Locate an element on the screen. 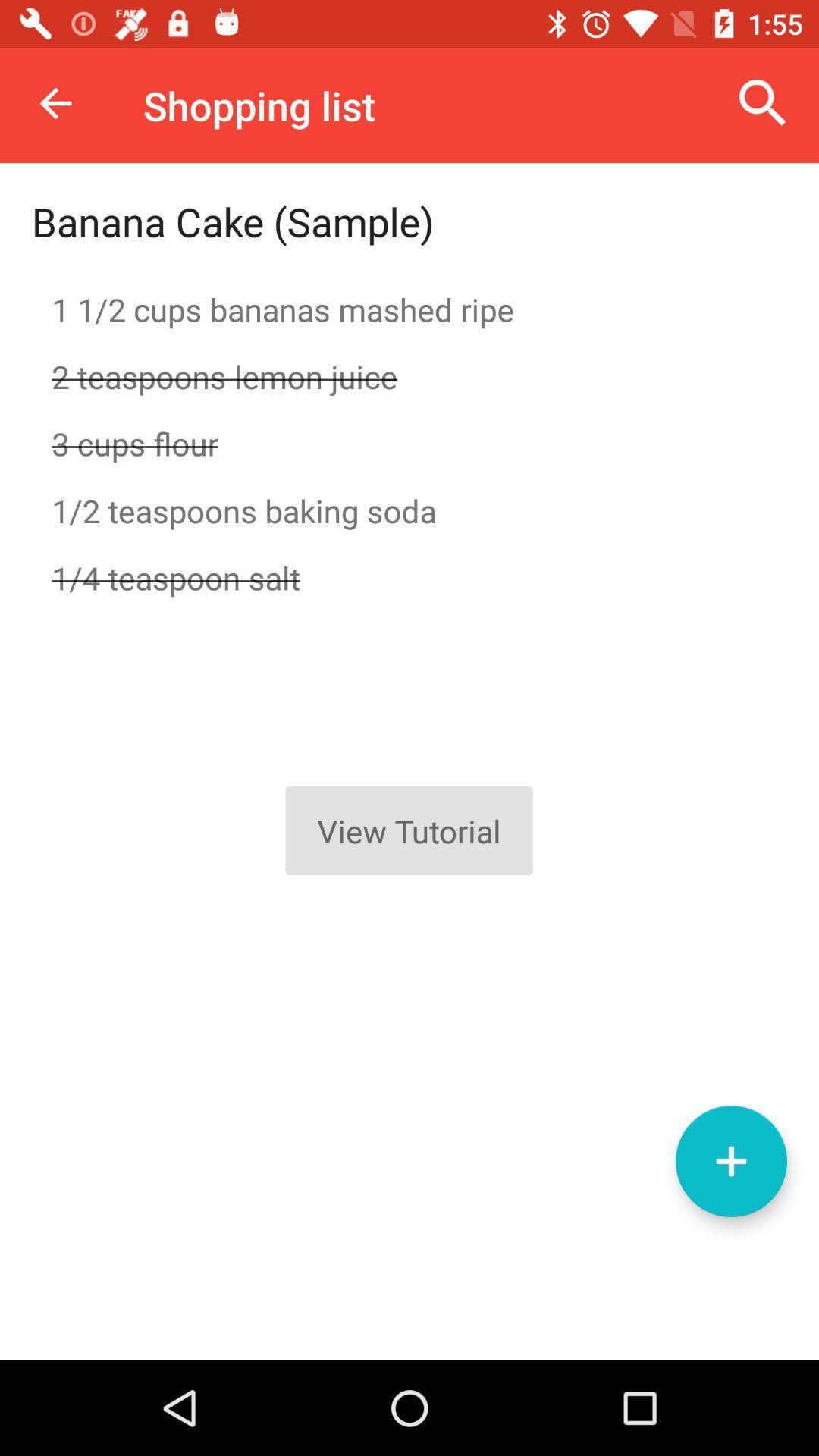 The height and width of the screenshot is (1456, 819). icon to the right of shopping list icon is located at coordinates (763, 102).